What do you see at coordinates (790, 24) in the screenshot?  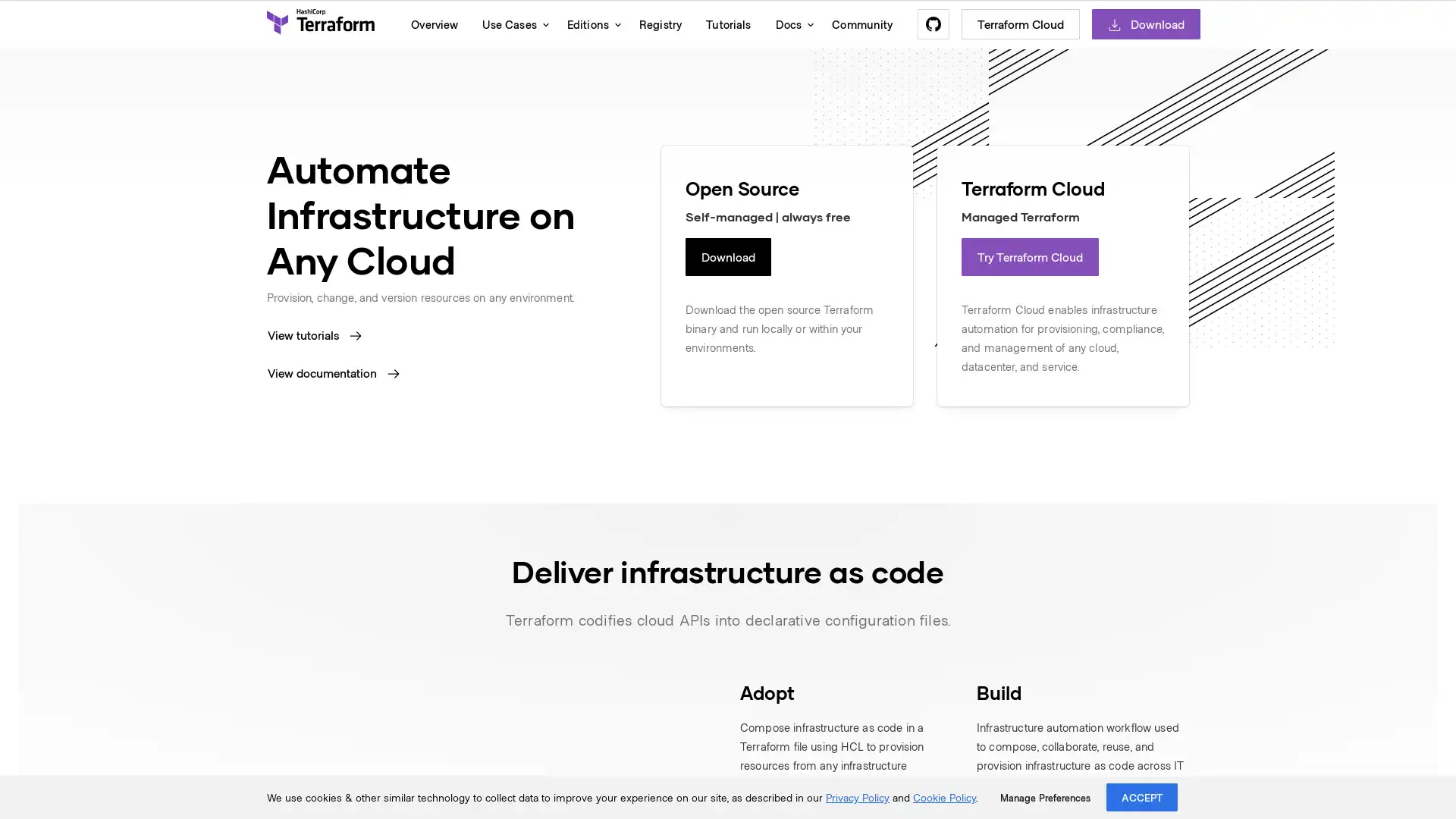 I see `Docs` at bounding box center [790, 24].